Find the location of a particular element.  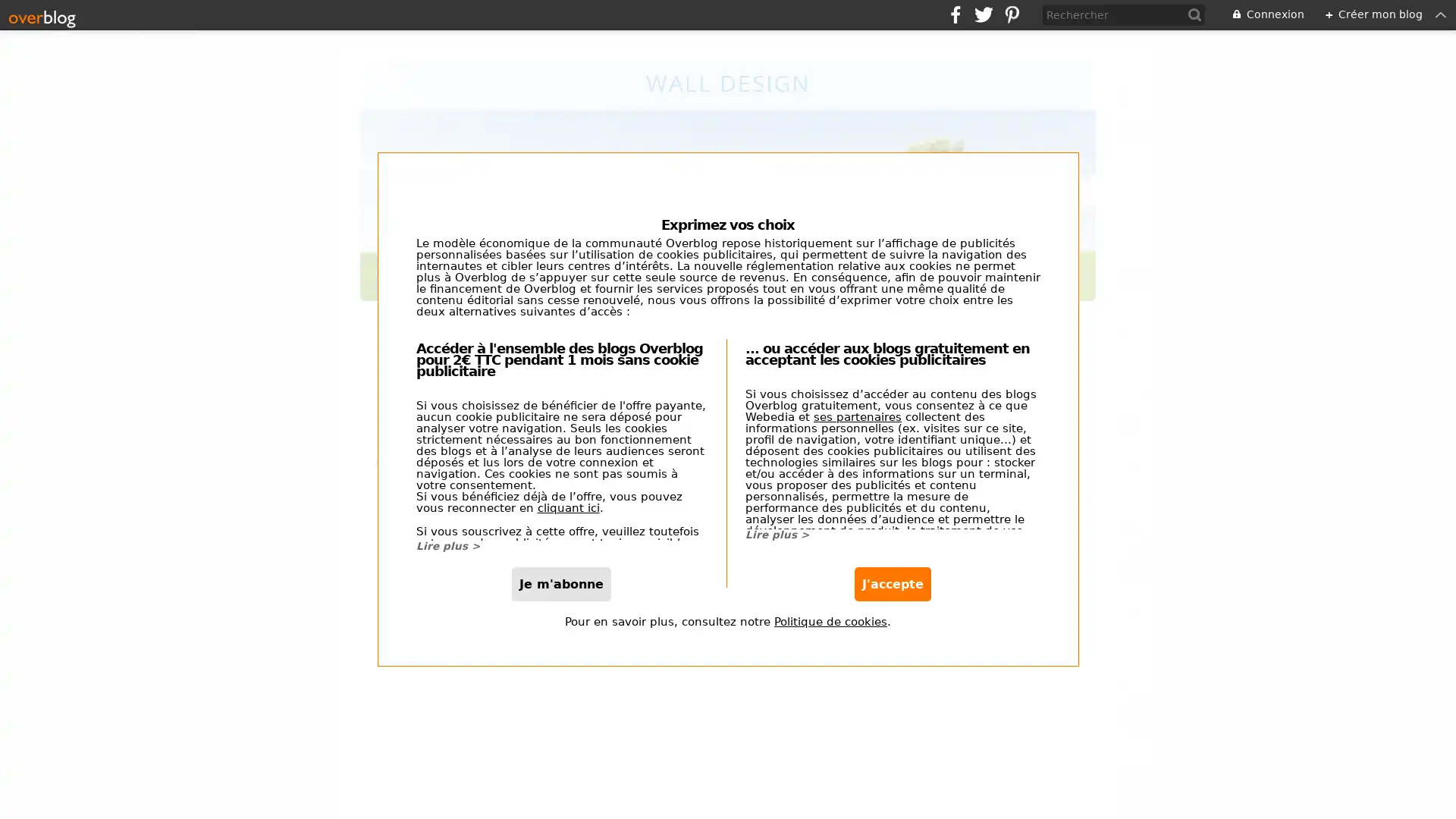

J'accepte is located at coordinates (892, 603).